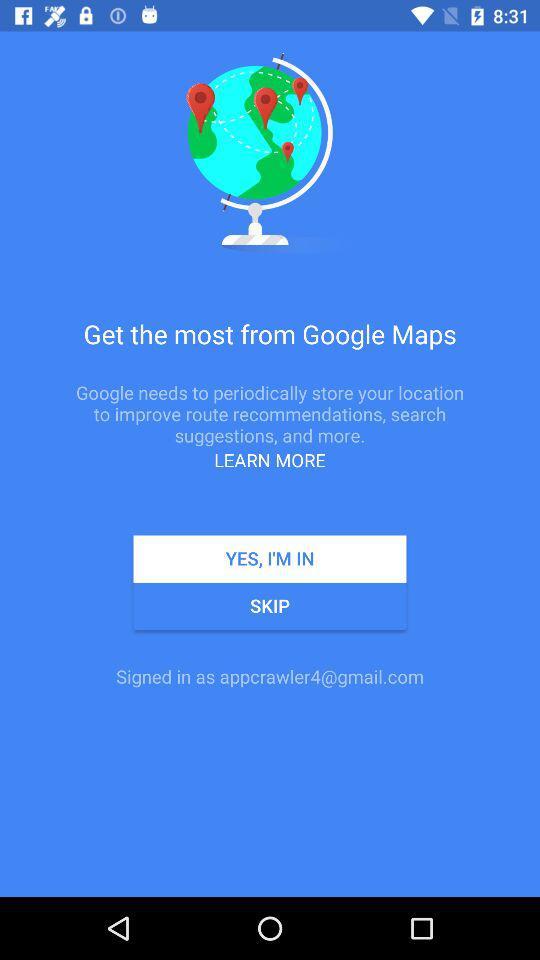 The width and height of the screenshot is (540, 960). I want to click on the app above the signed in as icon, so click(270, 605).